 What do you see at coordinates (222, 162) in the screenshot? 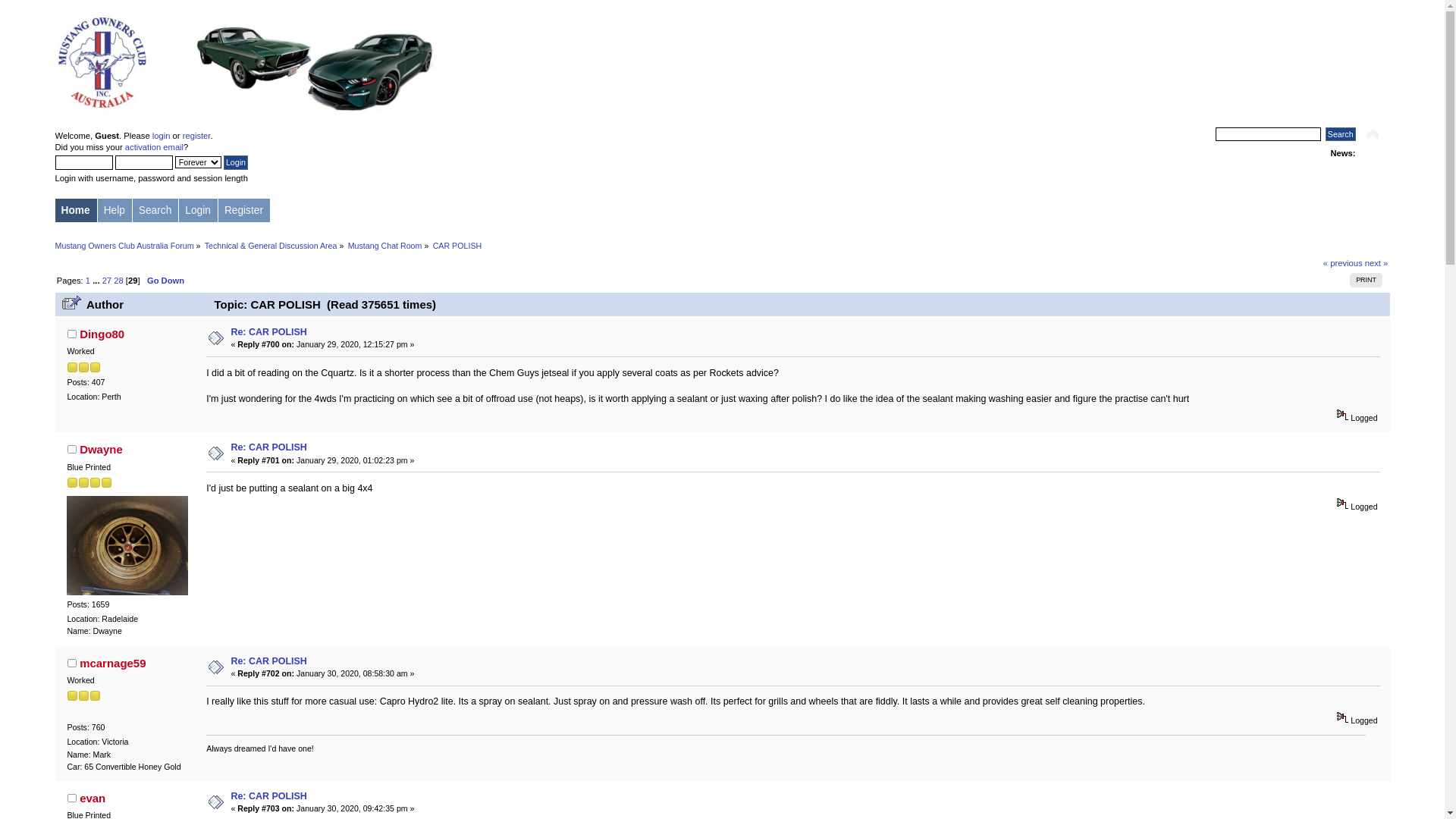
I see `'Login'` at bounding box center [222, 162].